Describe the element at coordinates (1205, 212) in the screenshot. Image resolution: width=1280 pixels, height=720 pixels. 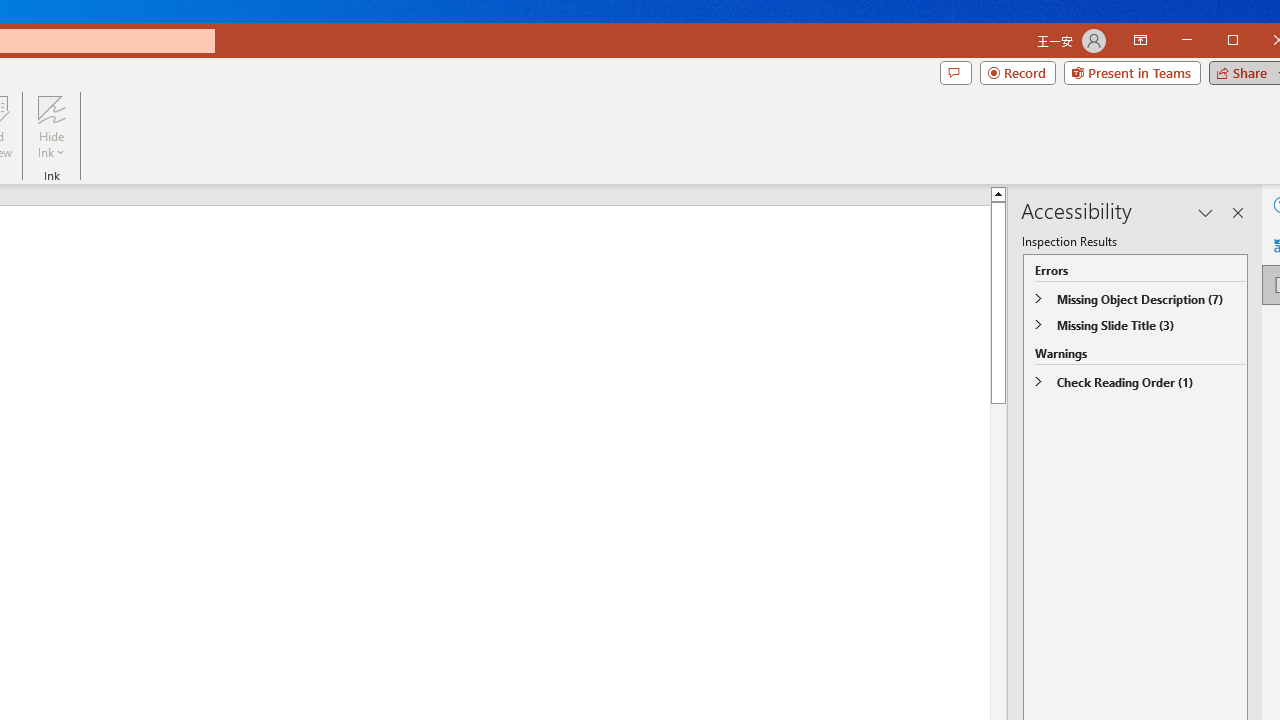
I see `'Task Pane Options'` at that location.